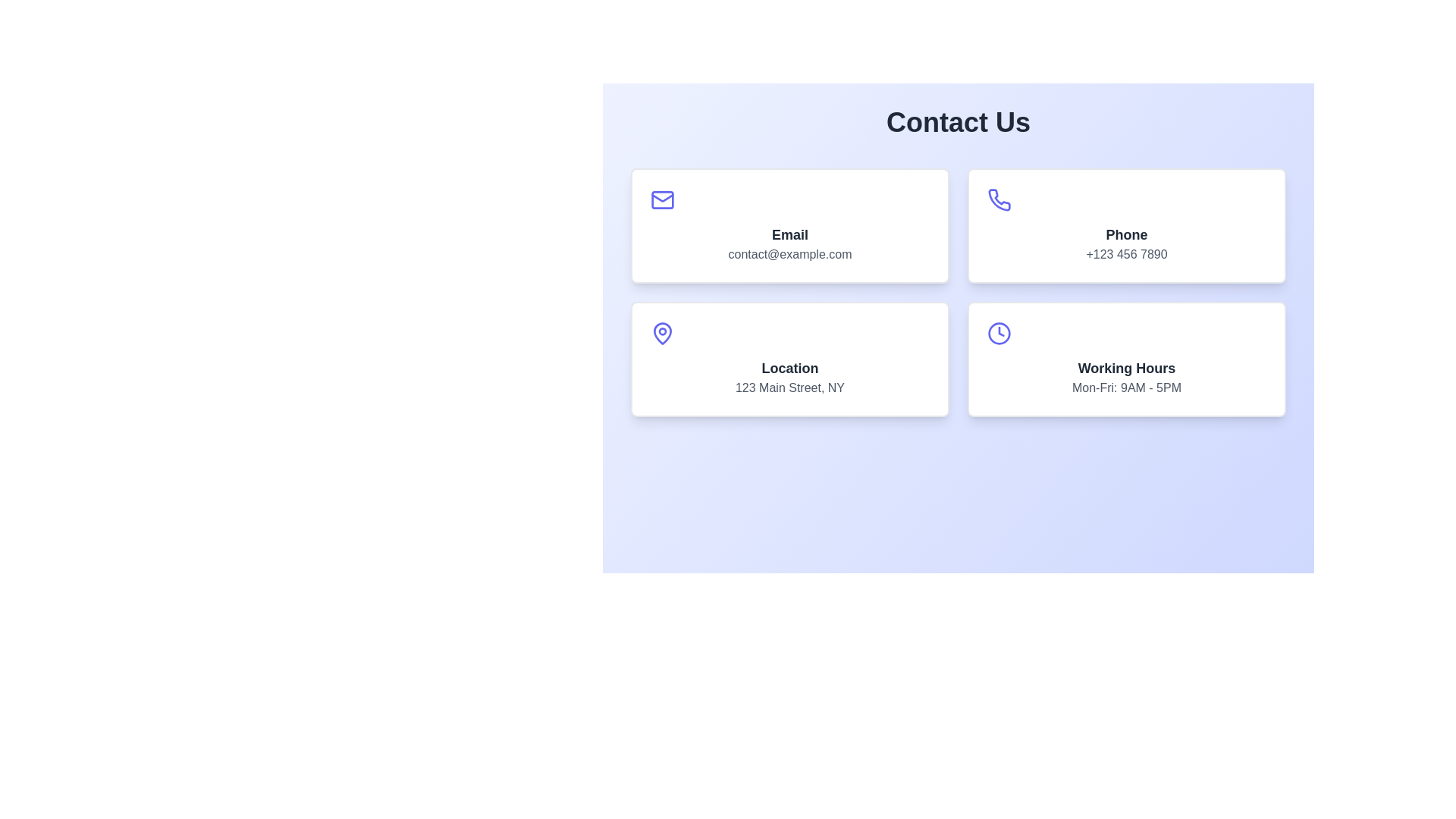 This screenshot has height=819, width=1456. I want to click on the phone icon located in the top-right card of the grid containing contact information, positioned to the right of the 'Email' card and above the 'Working Hours' card, so click(999, 199).